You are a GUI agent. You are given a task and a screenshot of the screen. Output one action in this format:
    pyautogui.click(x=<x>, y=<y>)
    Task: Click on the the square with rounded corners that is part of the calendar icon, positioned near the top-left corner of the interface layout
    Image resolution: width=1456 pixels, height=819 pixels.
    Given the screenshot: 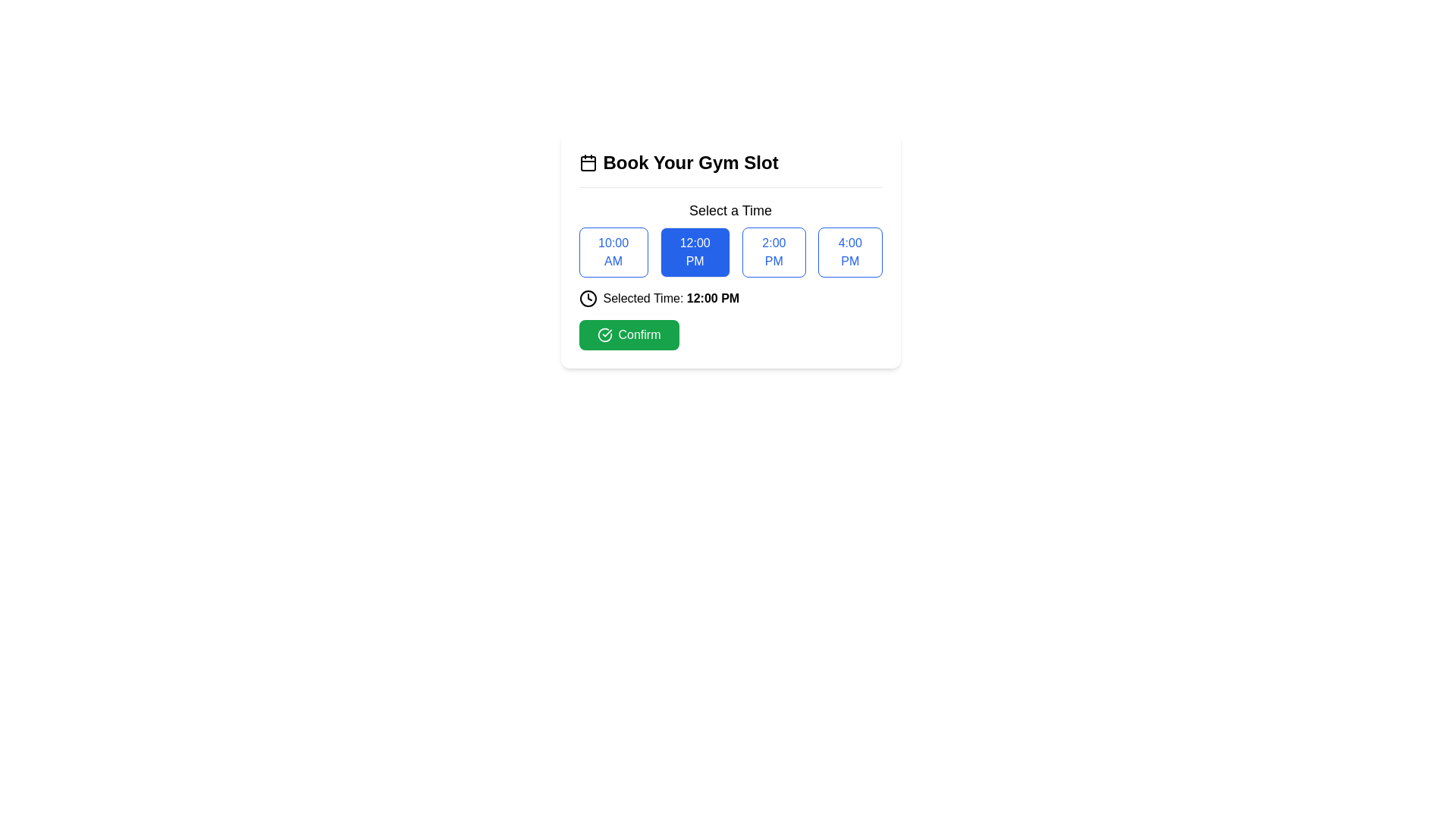 What is the action you would take?
    pyautogui.click(x=587, y=164)
    